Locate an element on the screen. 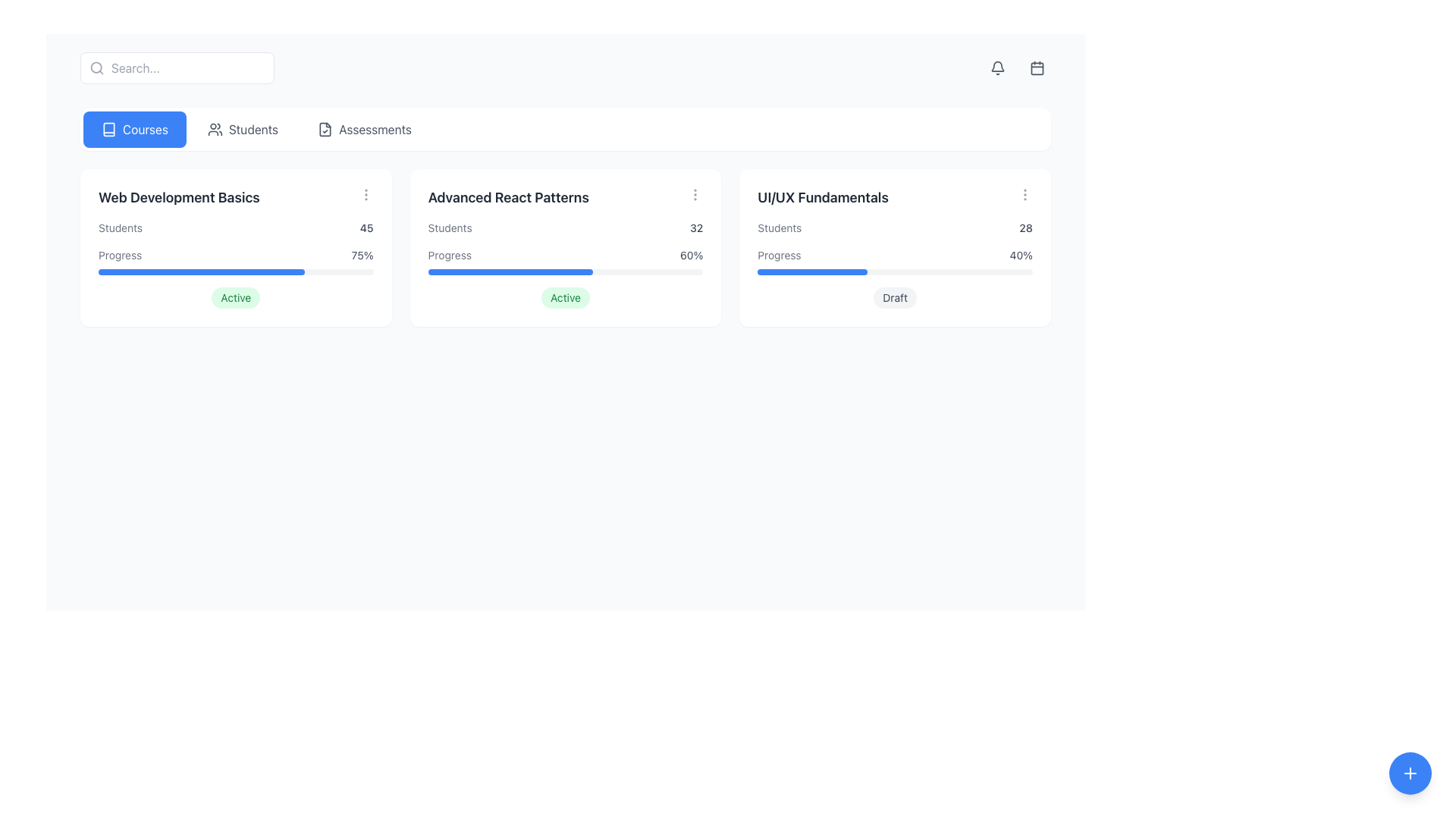 This screenshot has height=819, width=1456. displayed data from the Information display component with progress bar and tag, which shows 'Students' as 28 and 'Progress' as 40% is located at coordinates (895, 263).